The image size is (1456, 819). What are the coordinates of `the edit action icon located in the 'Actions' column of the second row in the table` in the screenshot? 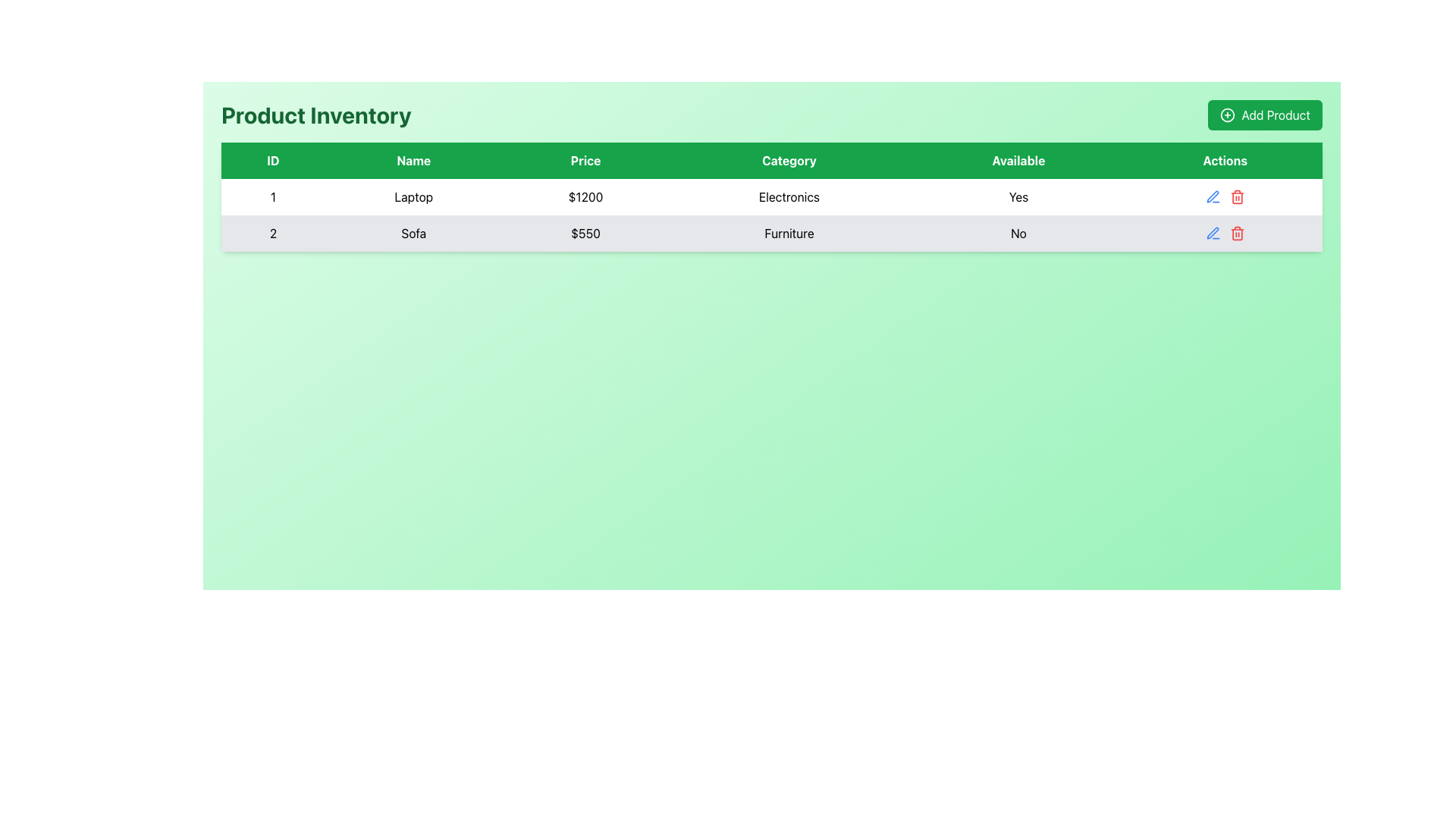 It's located at (1211, 234).